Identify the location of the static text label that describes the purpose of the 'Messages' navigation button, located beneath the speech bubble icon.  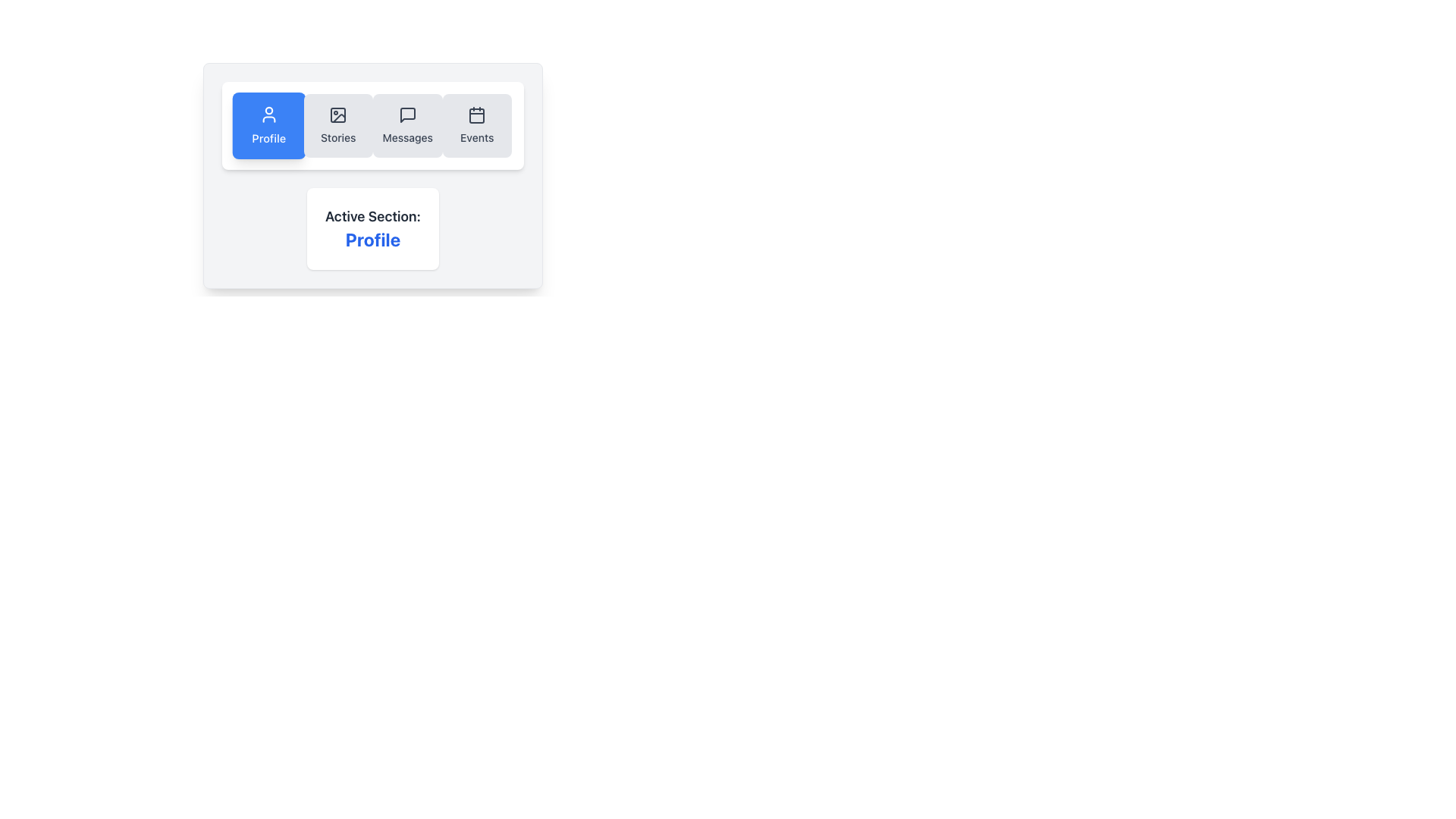
(407, 137).